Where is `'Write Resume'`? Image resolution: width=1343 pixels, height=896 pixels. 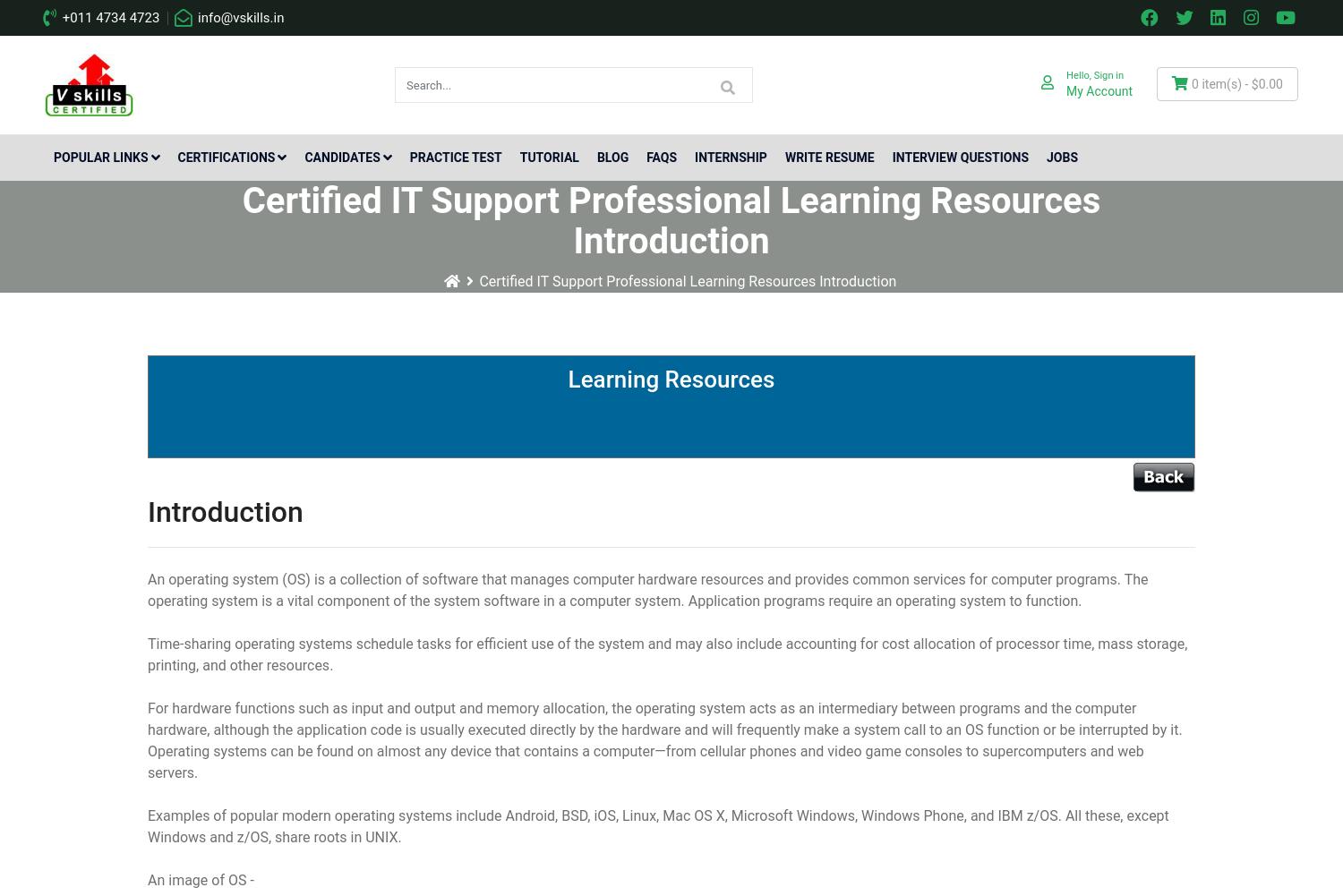
'Write Resume' is located at coordinates (828, 157).